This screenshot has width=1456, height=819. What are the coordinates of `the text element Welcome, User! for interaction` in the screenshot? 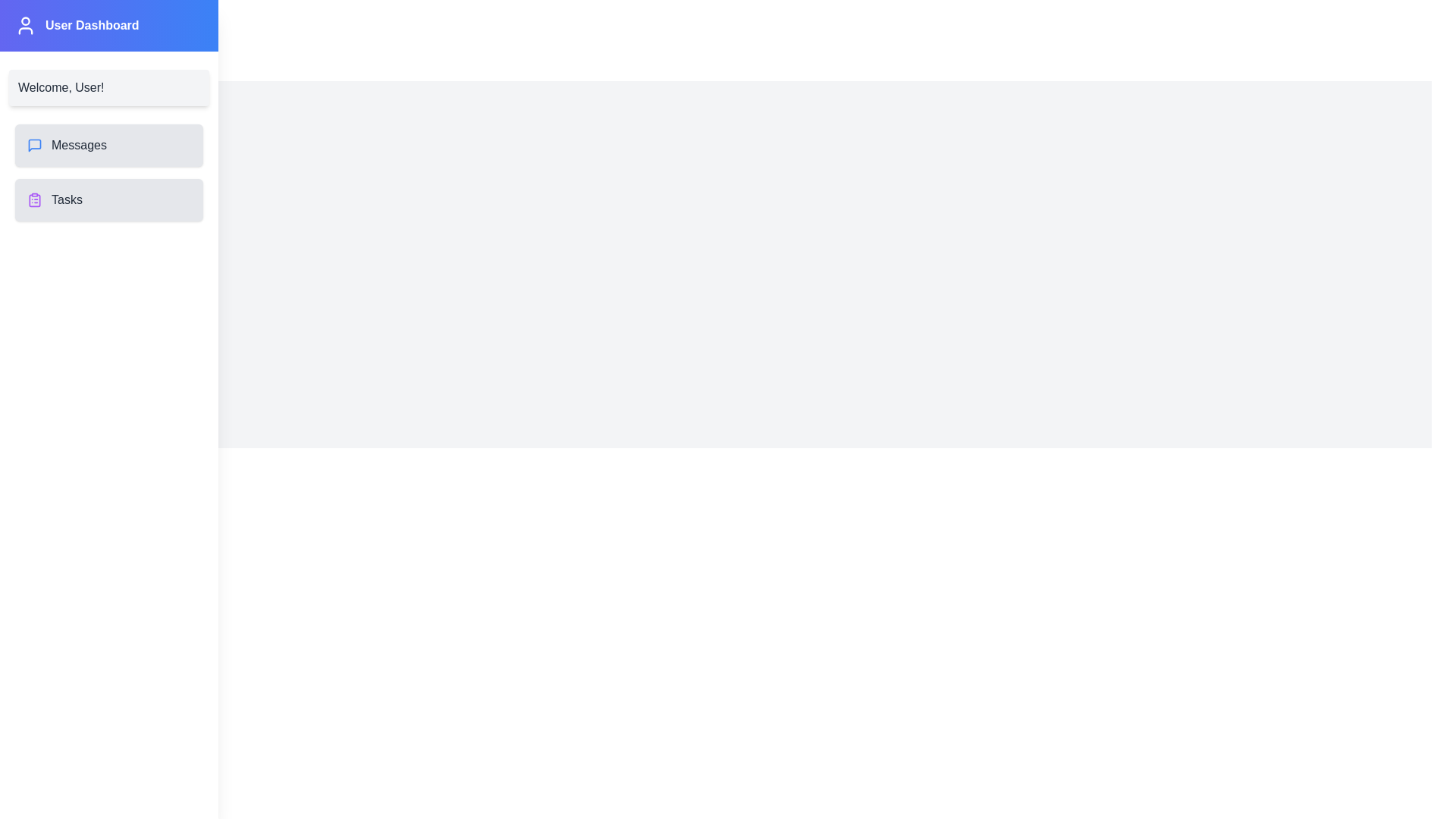 It's located at (61, 87).